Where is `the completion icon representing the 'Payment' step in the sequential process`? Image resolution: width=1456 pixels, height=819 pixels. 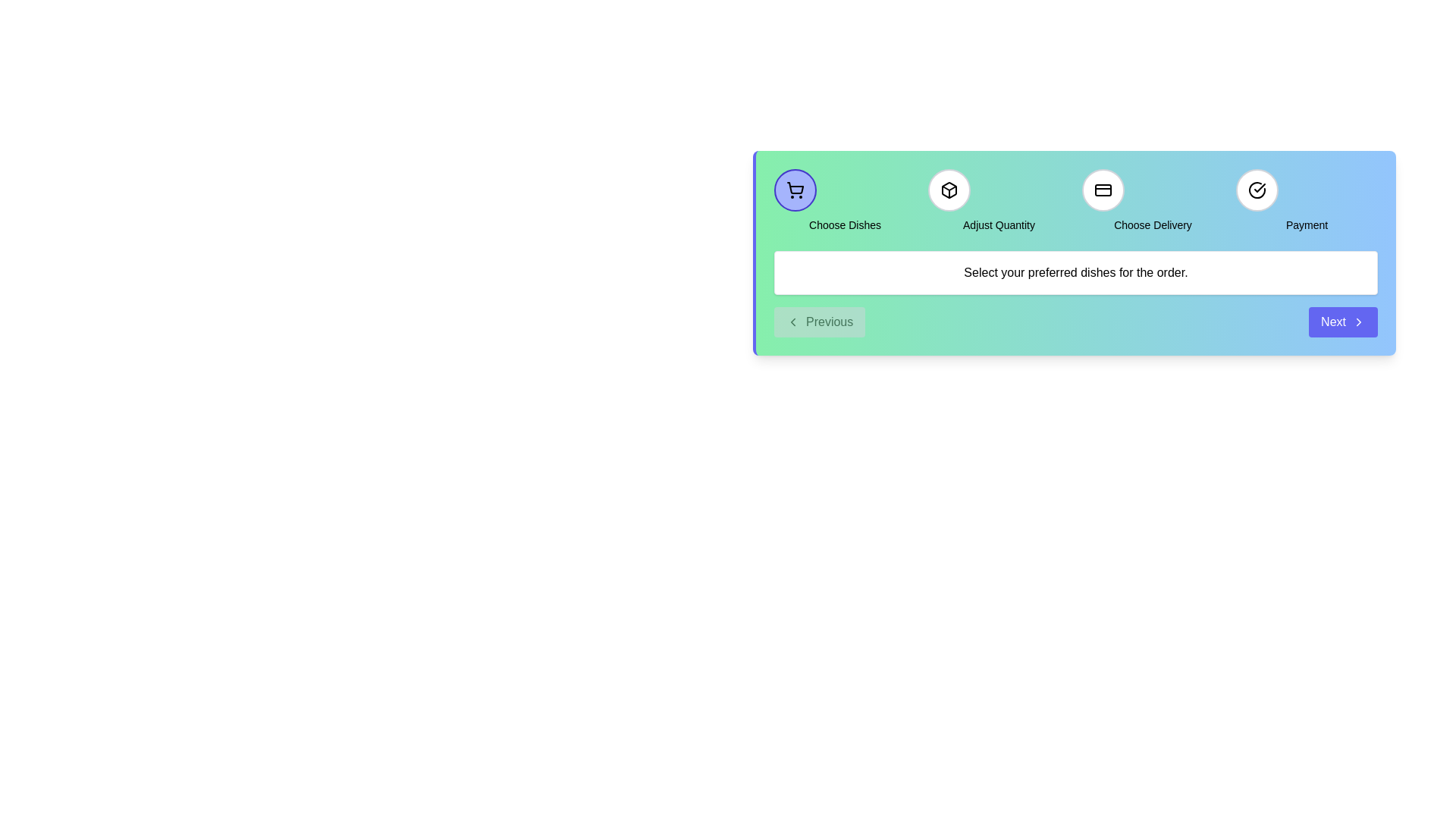 the completion icon representing the 'Payment' step in the sequential process is located at coordinates (1257, 189).